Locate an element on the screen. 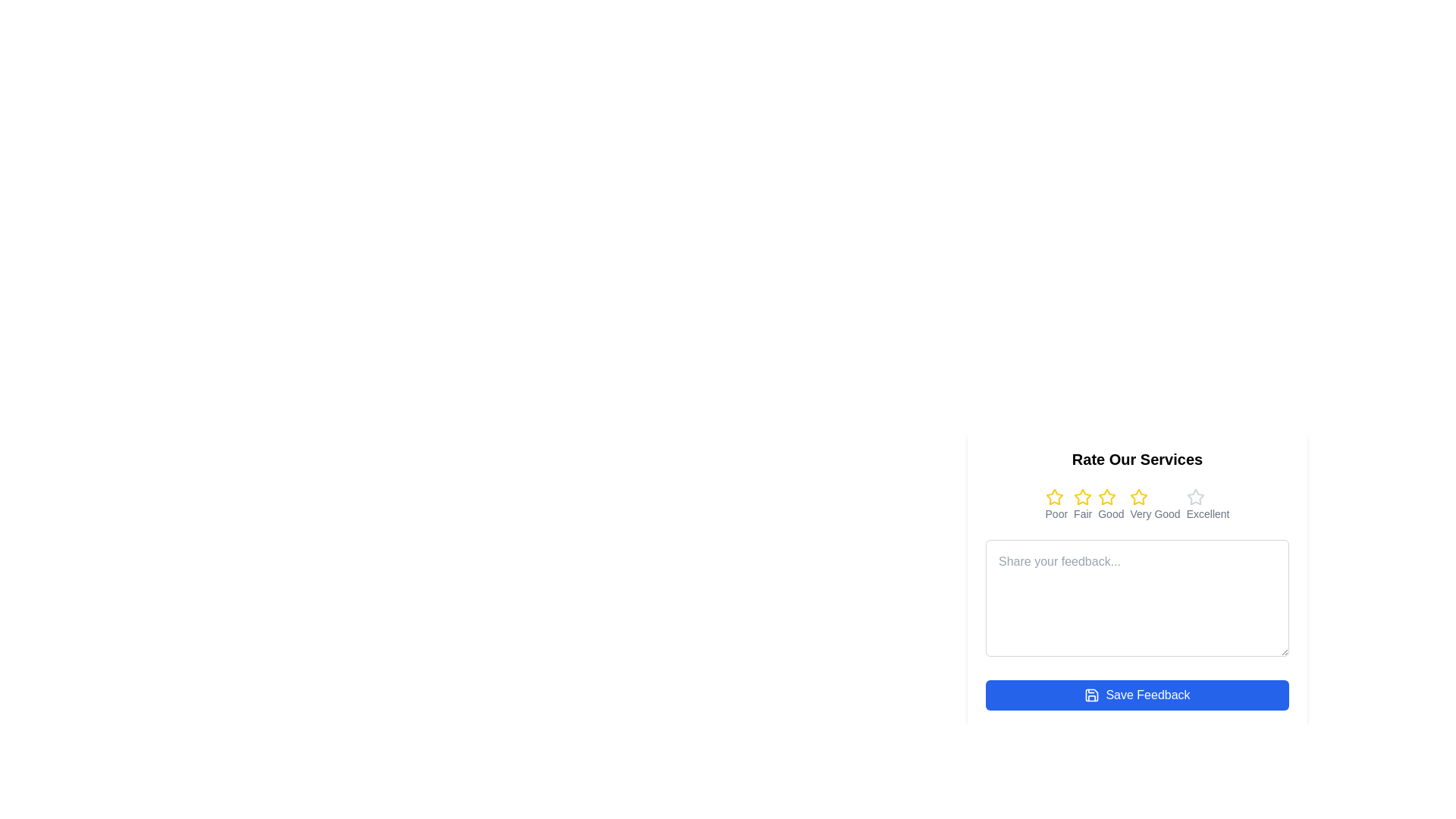  the text label displaying the word 'Poor' which is located below the first star in a row of five rating stars in the feedback form is located at coordinates (1056, 513).